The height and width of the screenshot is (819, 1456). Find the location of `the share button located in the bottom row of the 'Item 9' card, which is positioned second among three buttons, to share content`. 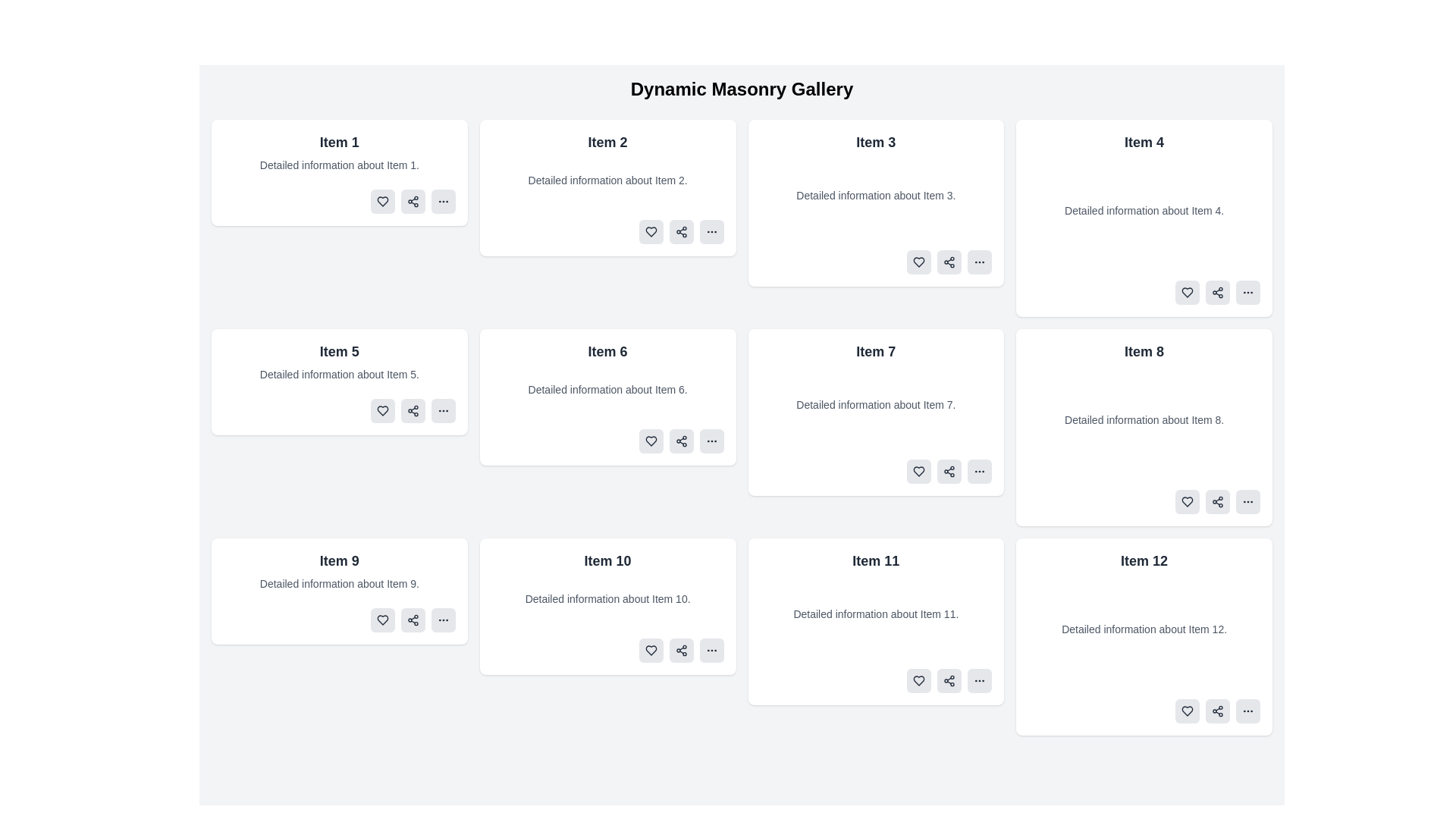

the share button located in the bottom row of the 'Item 9' card, which is positioned second among three buttons, to share content is located at coordinates (413, 620).